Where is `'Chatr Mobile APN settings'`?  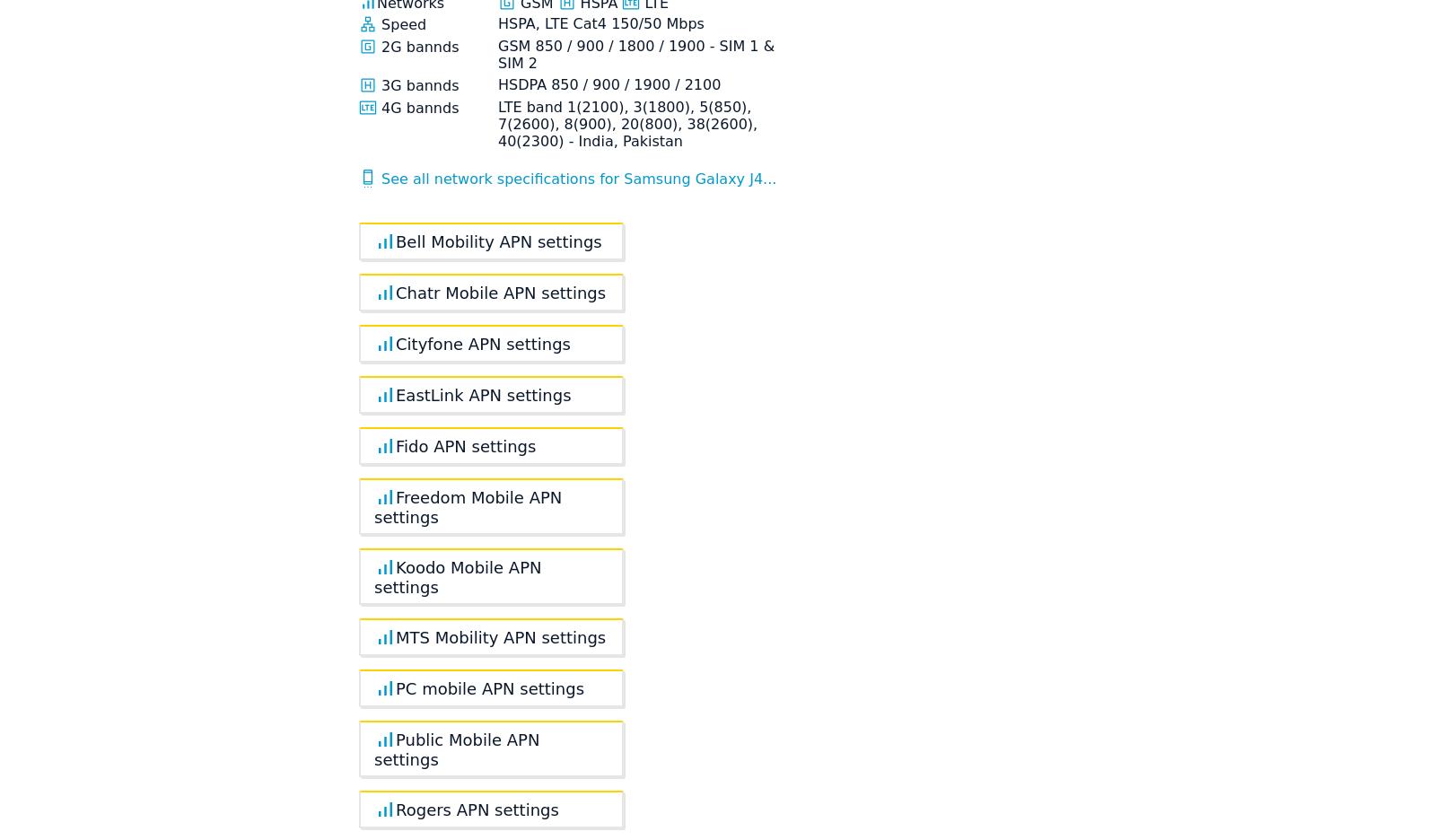 'Chatr Mobile APN settings' is located at coordinates (394, 292).